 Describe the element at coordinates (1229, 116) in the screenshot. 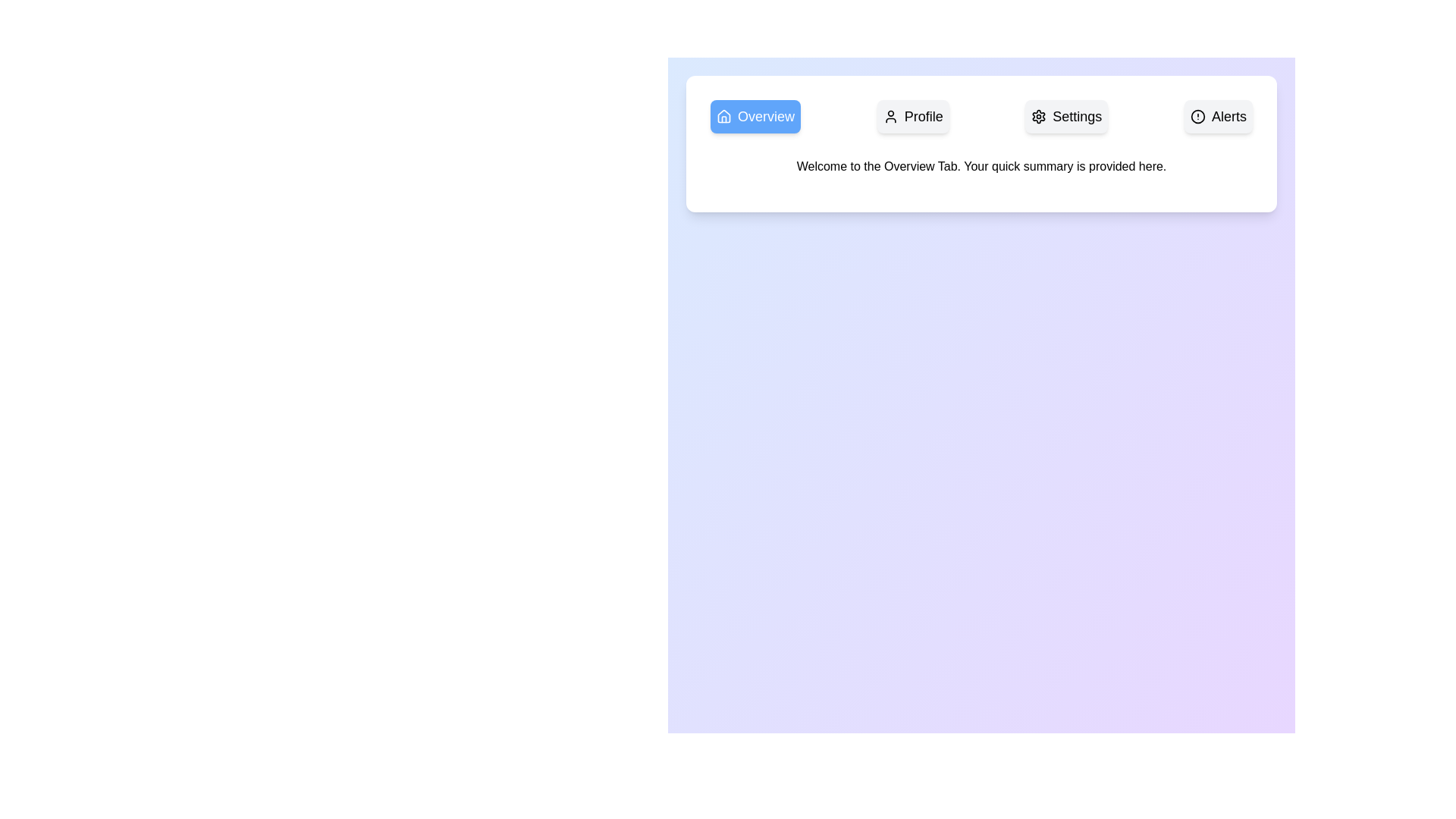

I see `the static text label 'Alerts' which is the last element in the horizontal menu, adjacent to the circular alert icon` at that location.